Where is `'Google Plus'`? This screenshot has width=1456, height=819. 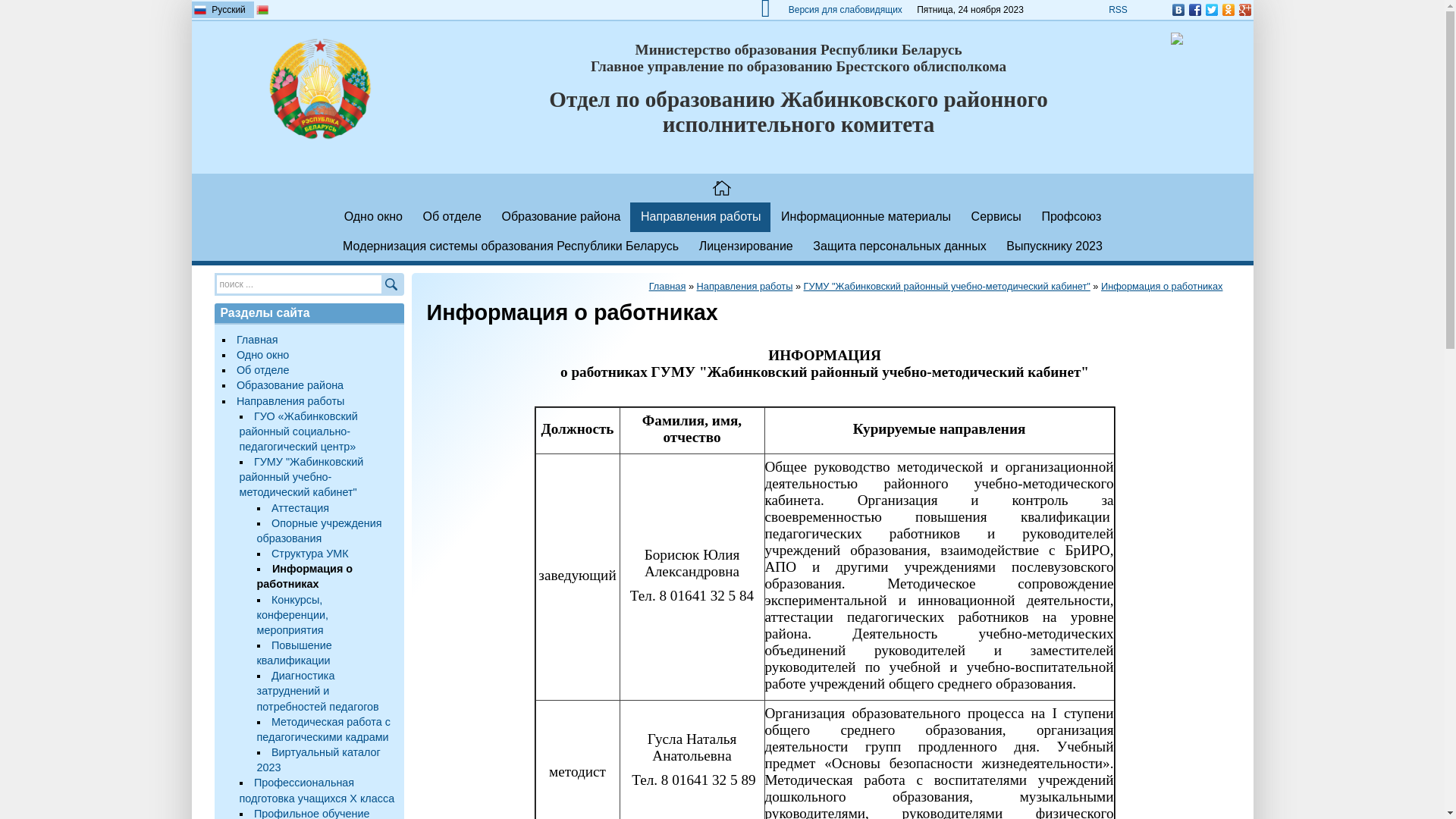 'Google Plus' is located at coordinates (1244, 9).